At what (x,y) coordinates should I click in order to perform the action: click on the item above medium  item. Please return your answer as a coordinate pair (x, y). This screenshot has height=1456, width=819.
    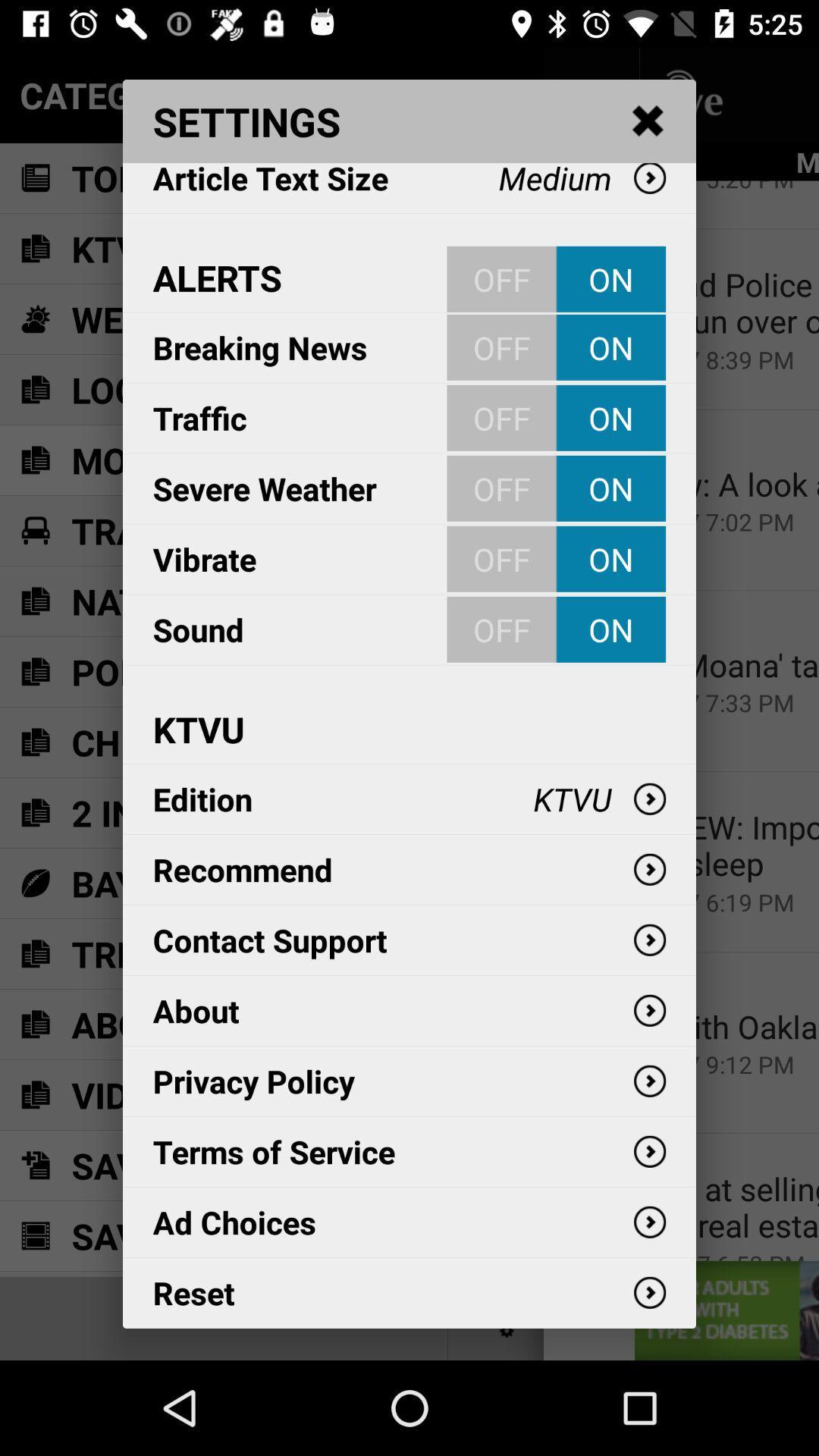
    Looking at the image, I should click on (648, 121).